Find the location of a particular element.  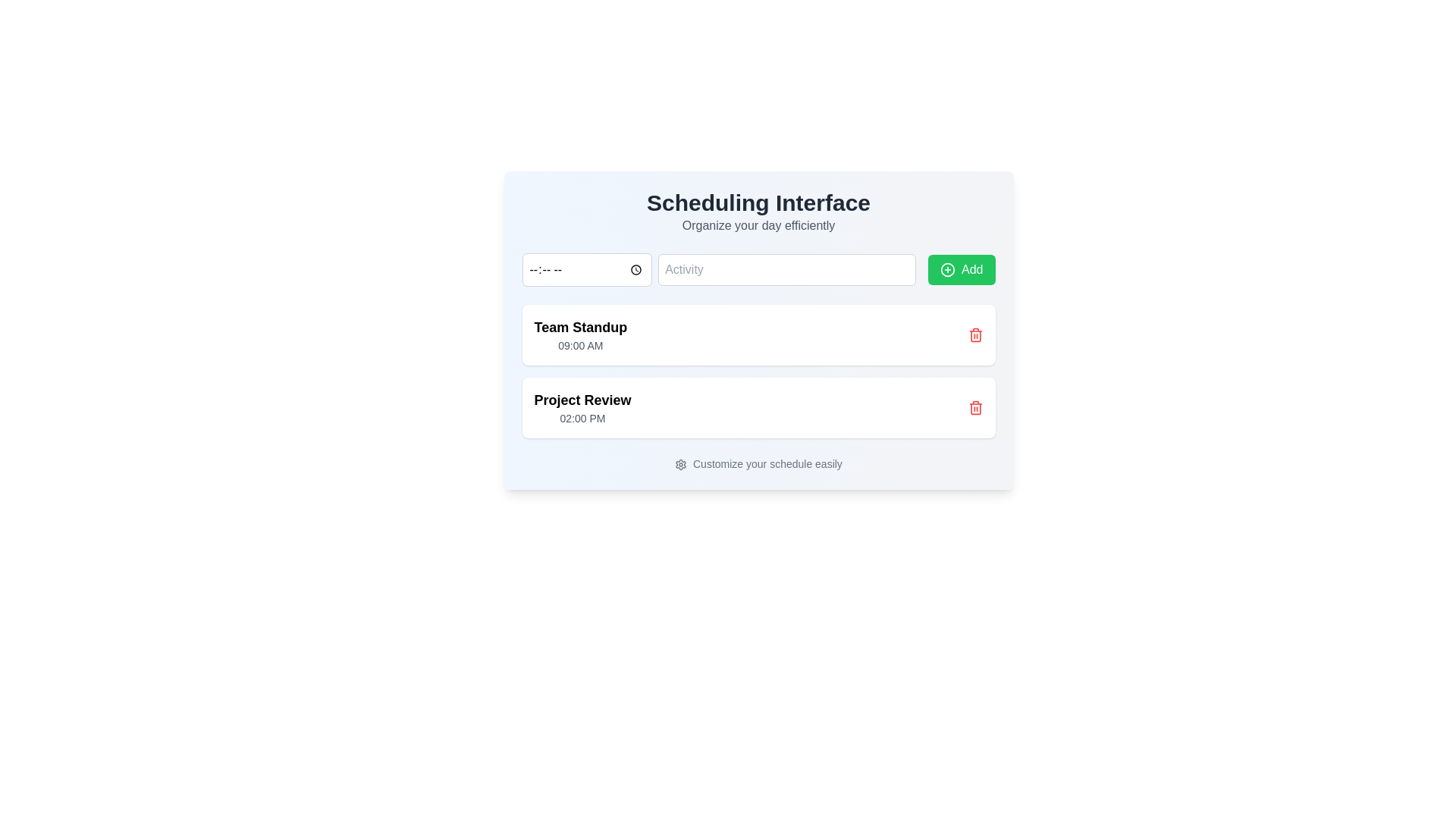

the 'Team Standup' card is located at coordinates (758, 334).